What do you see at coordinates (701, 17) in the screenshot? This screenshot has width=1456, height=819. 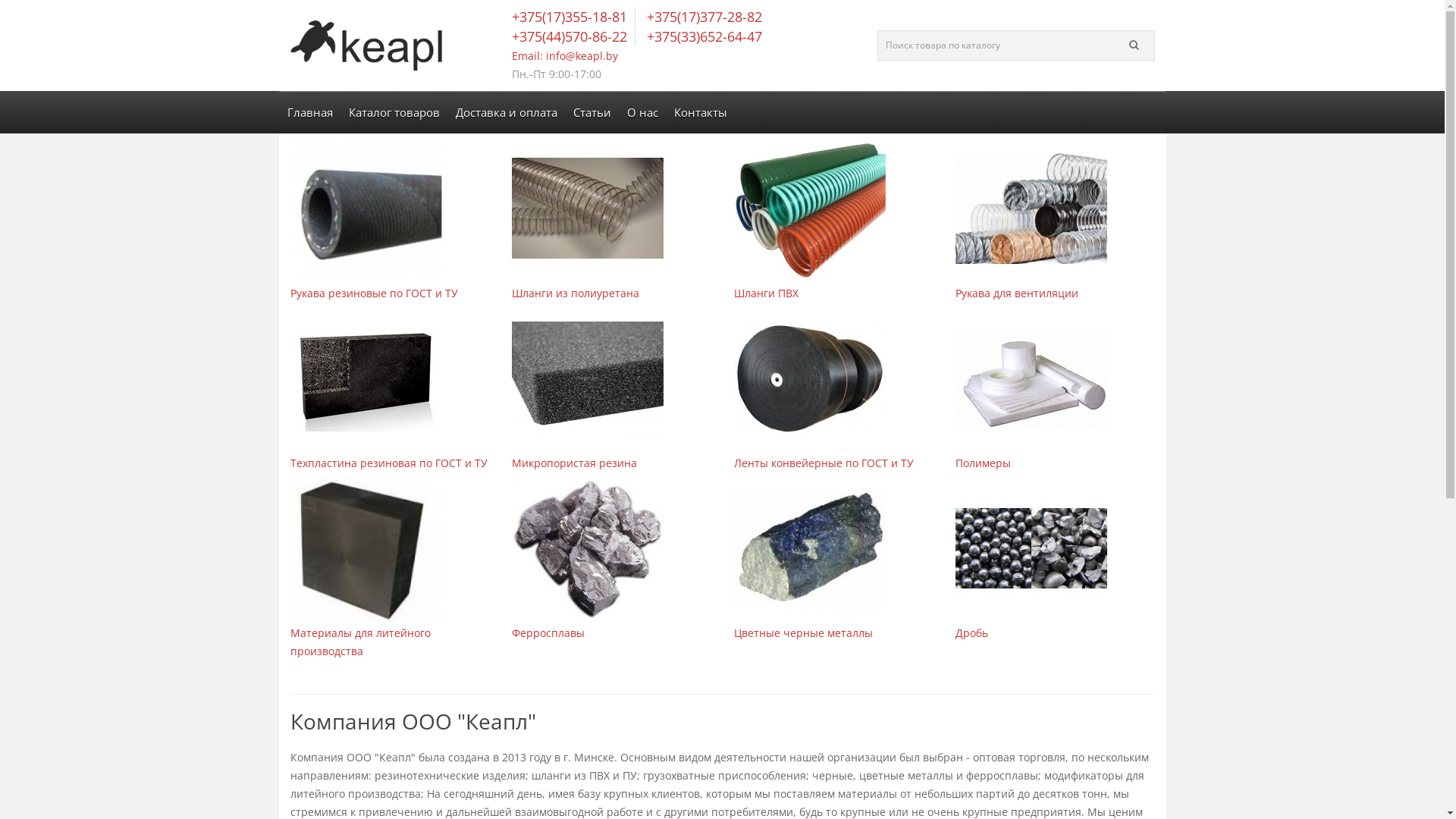 I see `'+375(17)377-28-82'` at bounding box center [701, 17].